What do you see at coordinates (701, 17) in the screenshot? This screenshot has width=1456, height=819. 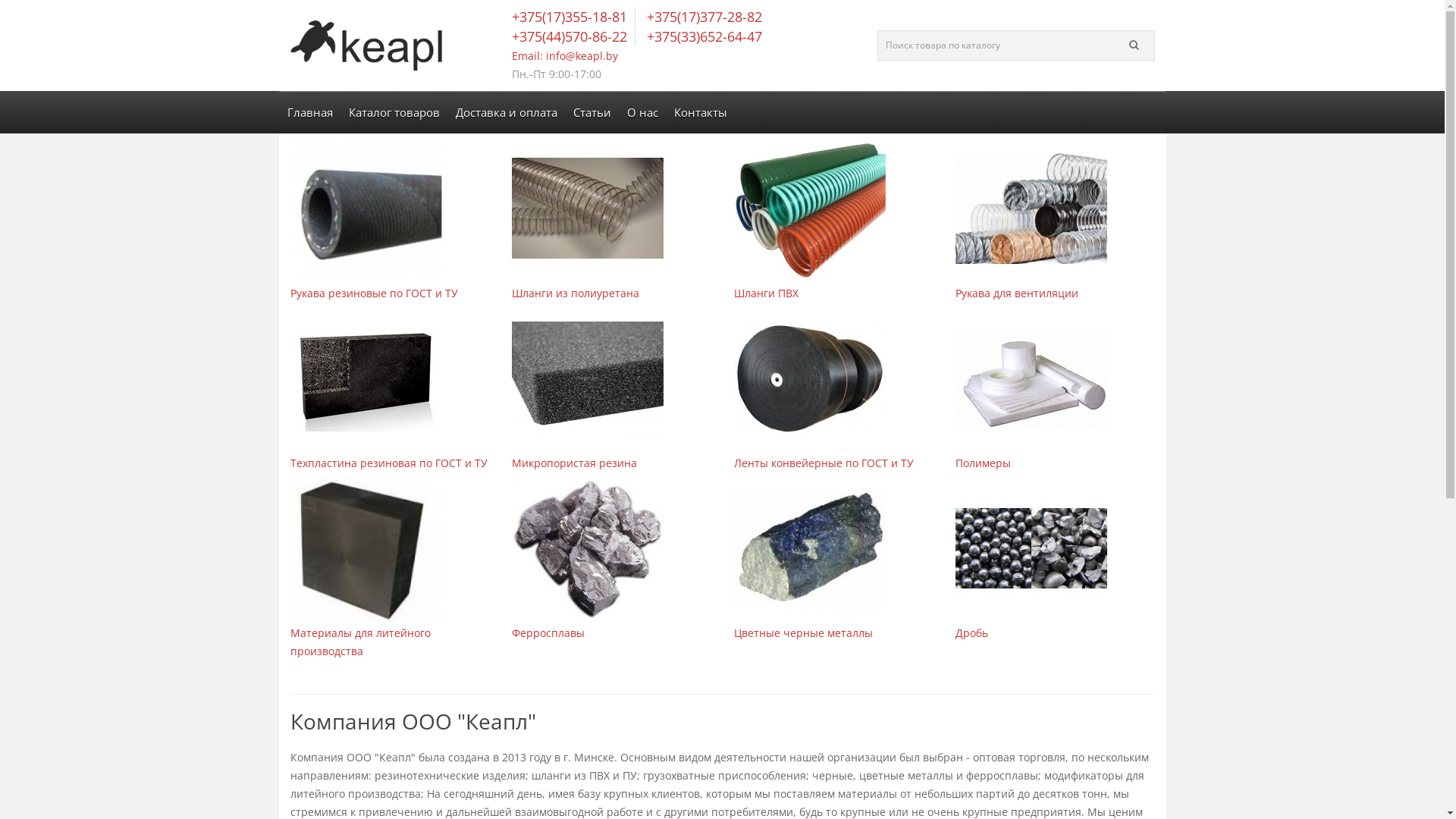 I see `'+375(17)377-28-82'` at bounding box center [701, 17].